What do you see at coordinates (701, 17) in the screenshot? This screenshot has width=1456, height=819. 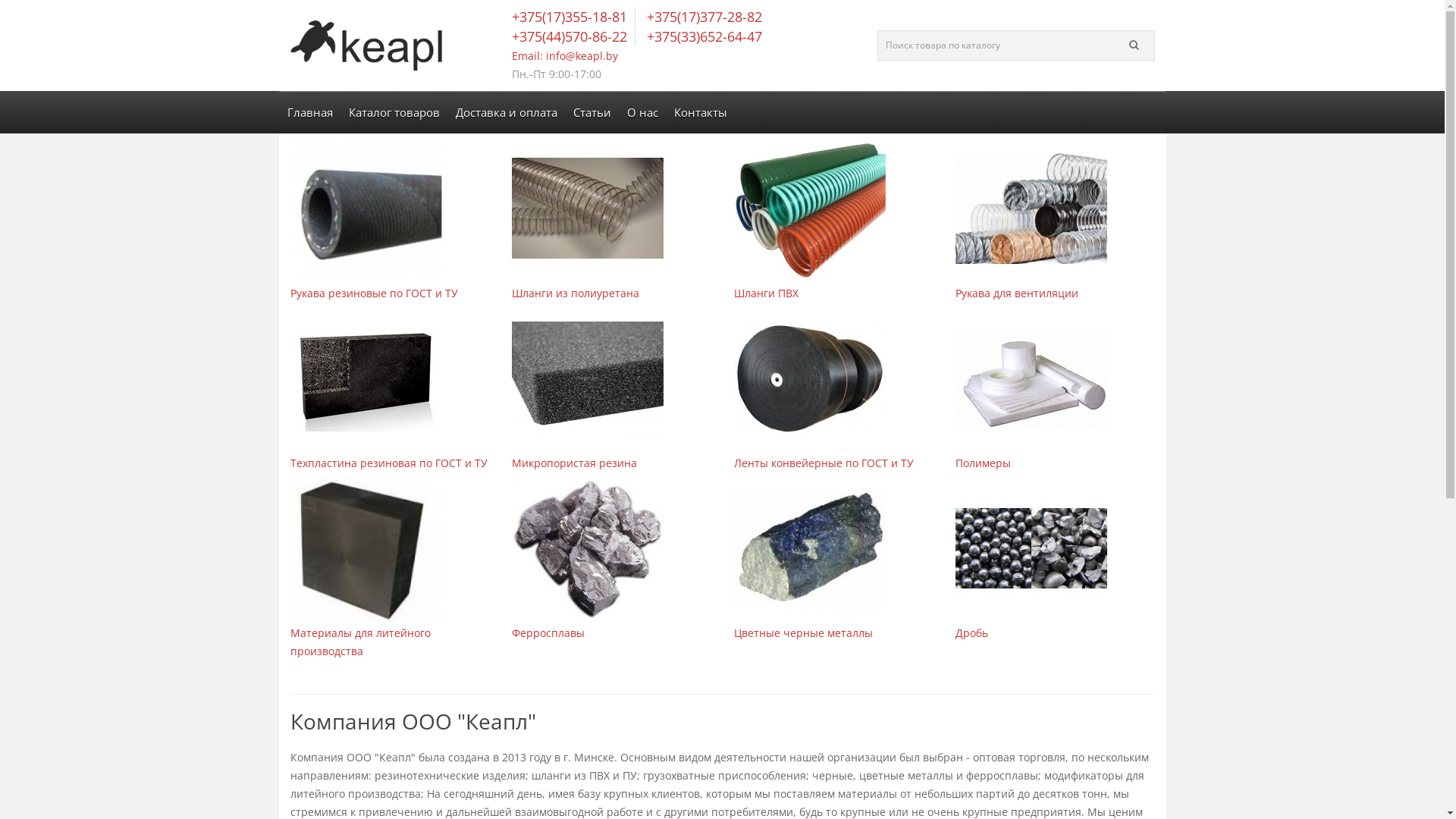 I see `'+375(17)377-28-82'` at bounding box center [701, 17].